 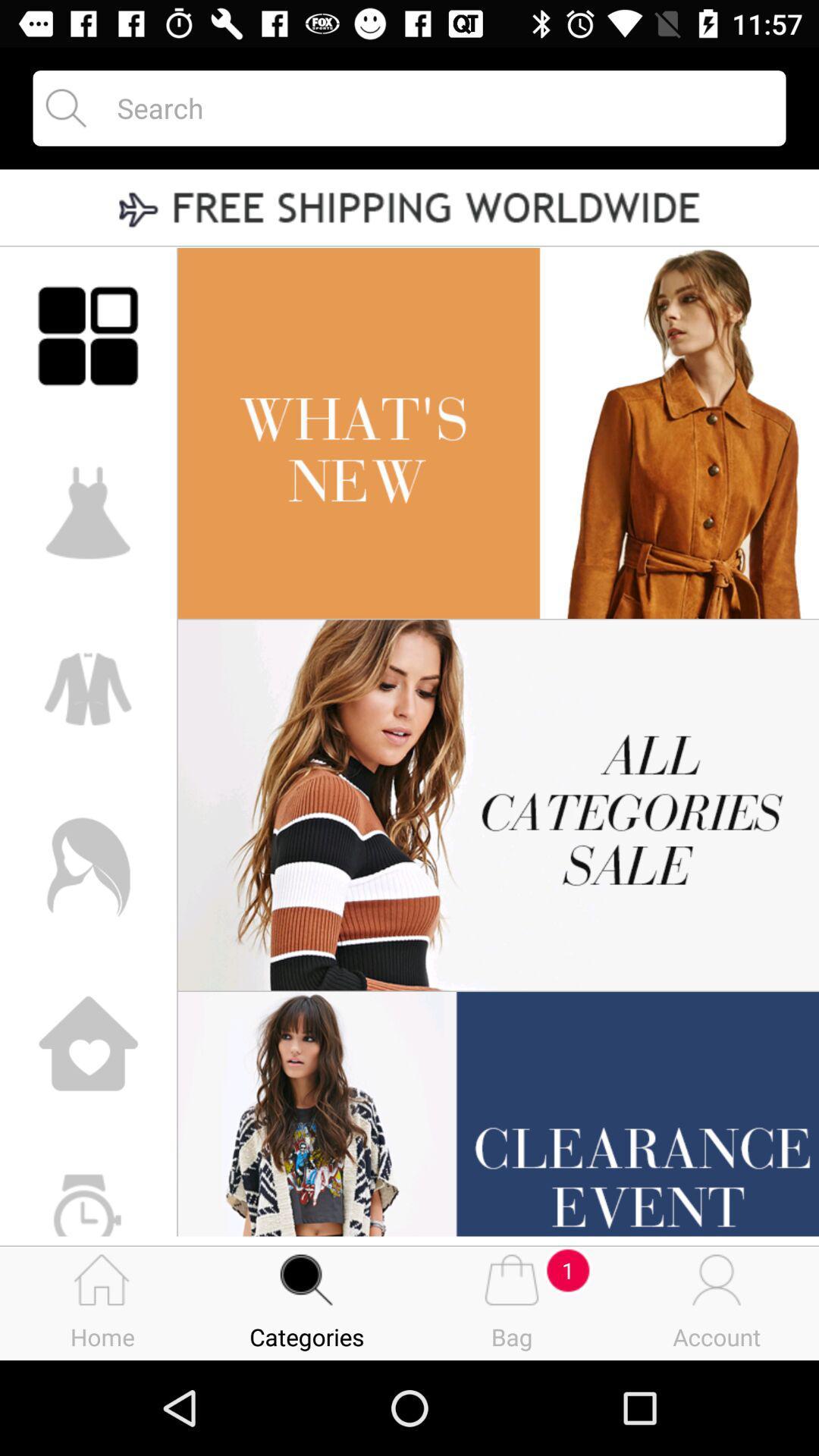 I want to click on search, so click(x=438, y=107).